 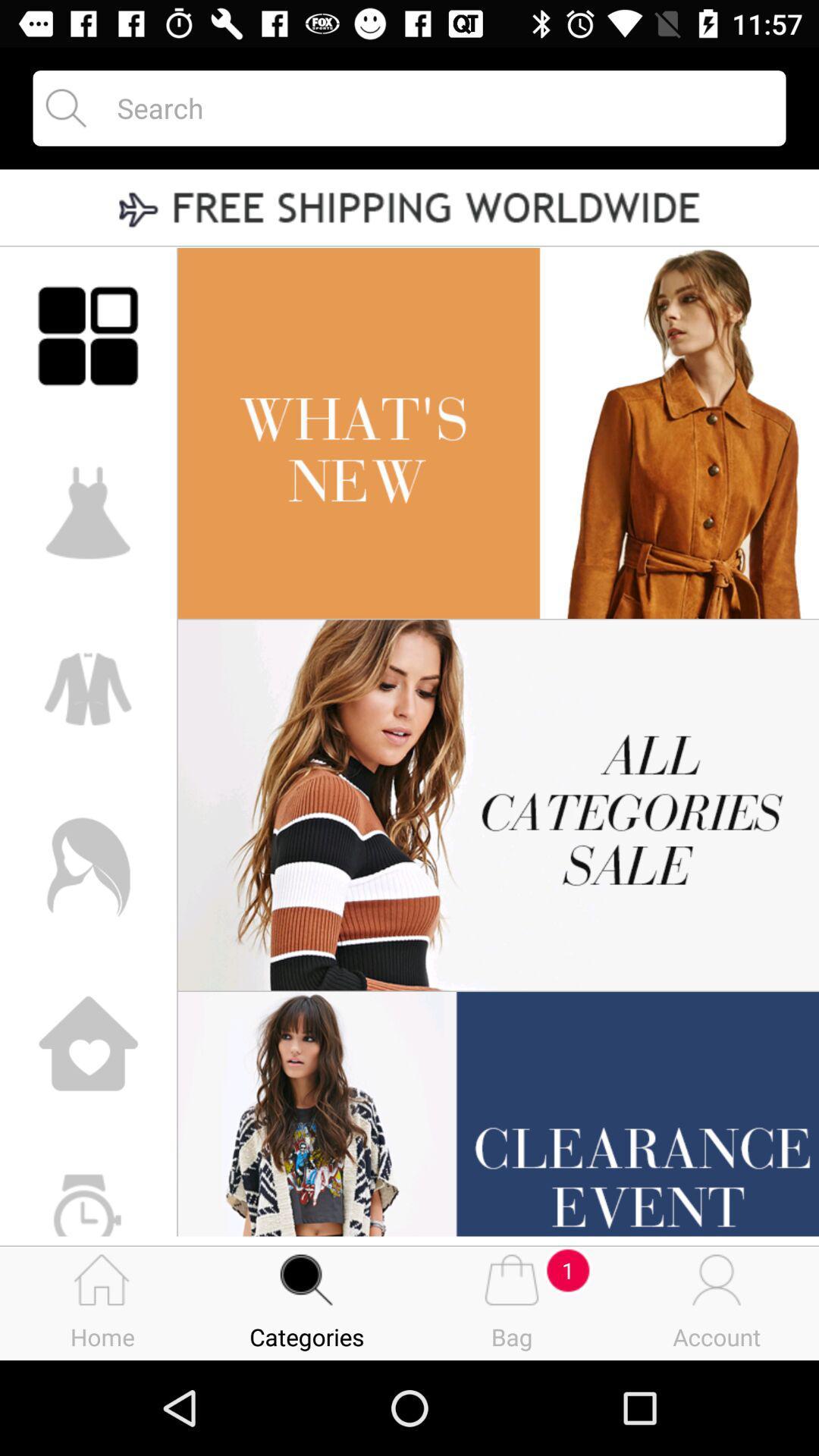 I want to click on search, so click(x=438, y=107).